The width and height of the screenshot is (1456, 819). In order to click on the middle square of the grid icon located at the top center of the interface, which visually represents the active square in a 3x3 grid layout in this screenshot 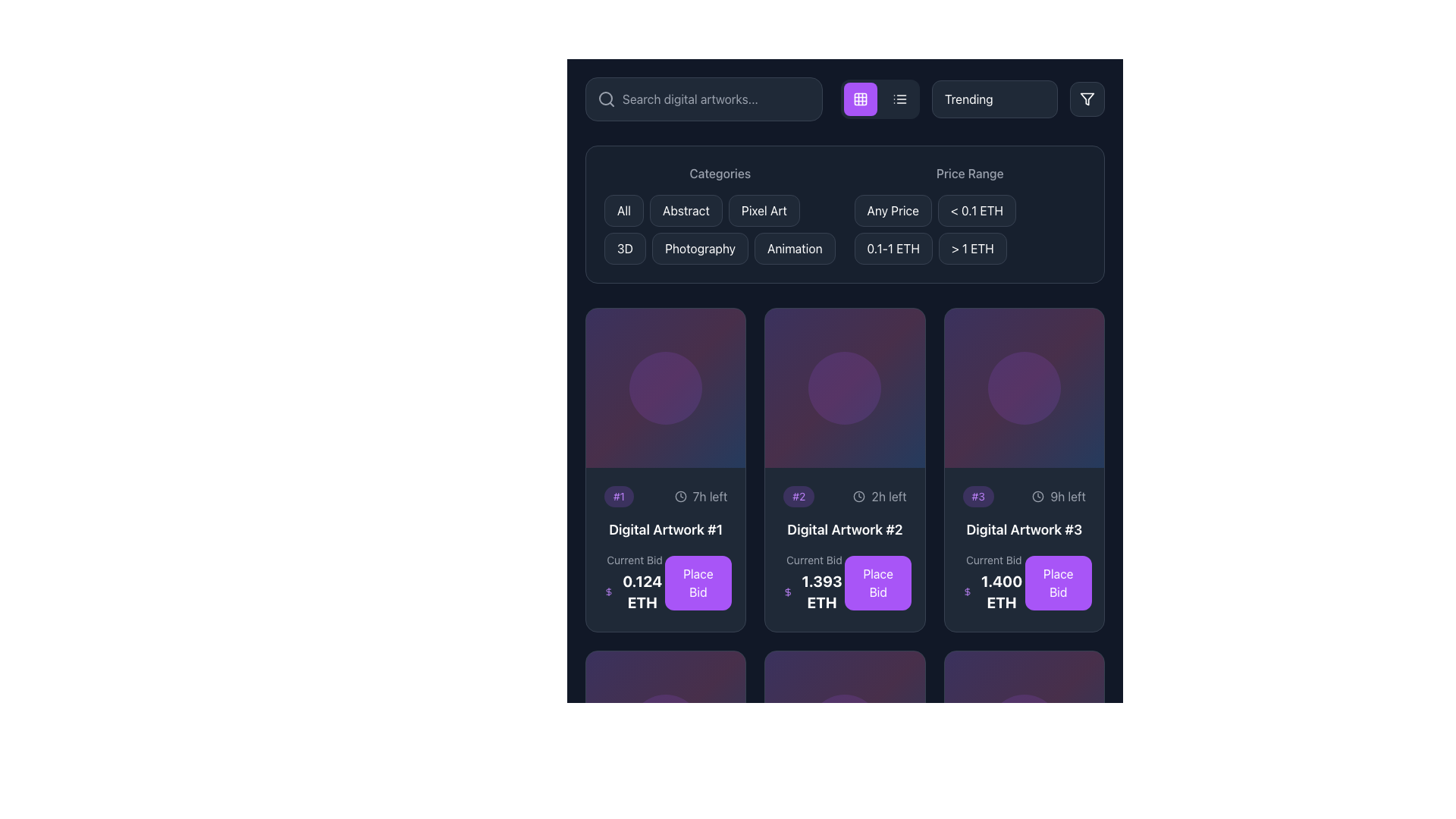, I will do `click(860, 99)`.